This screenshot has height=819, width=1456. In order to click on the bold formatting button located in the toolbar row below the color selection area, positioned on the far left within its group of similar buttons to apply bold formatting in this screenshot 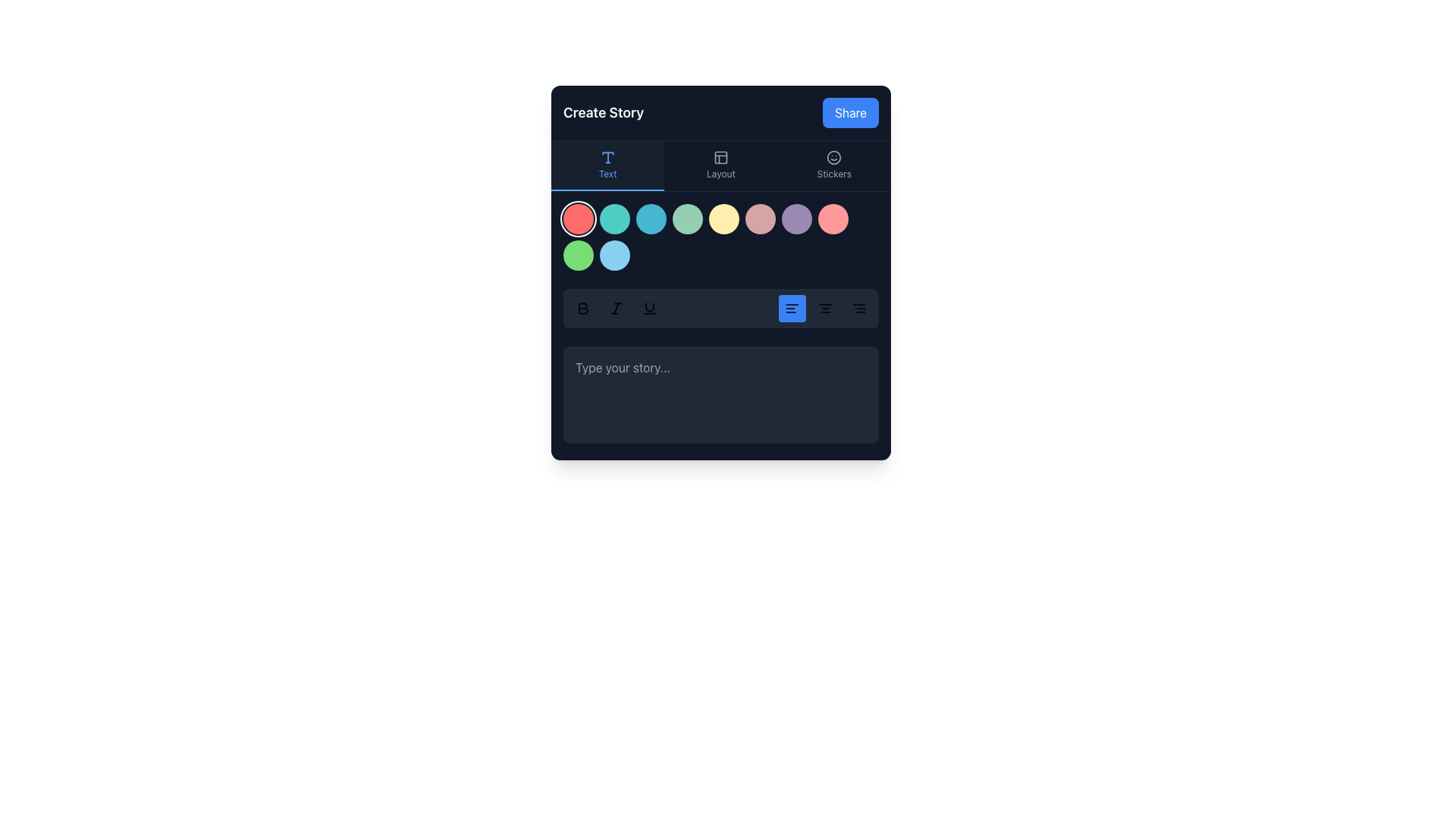, I will do `click(582, 308)`.